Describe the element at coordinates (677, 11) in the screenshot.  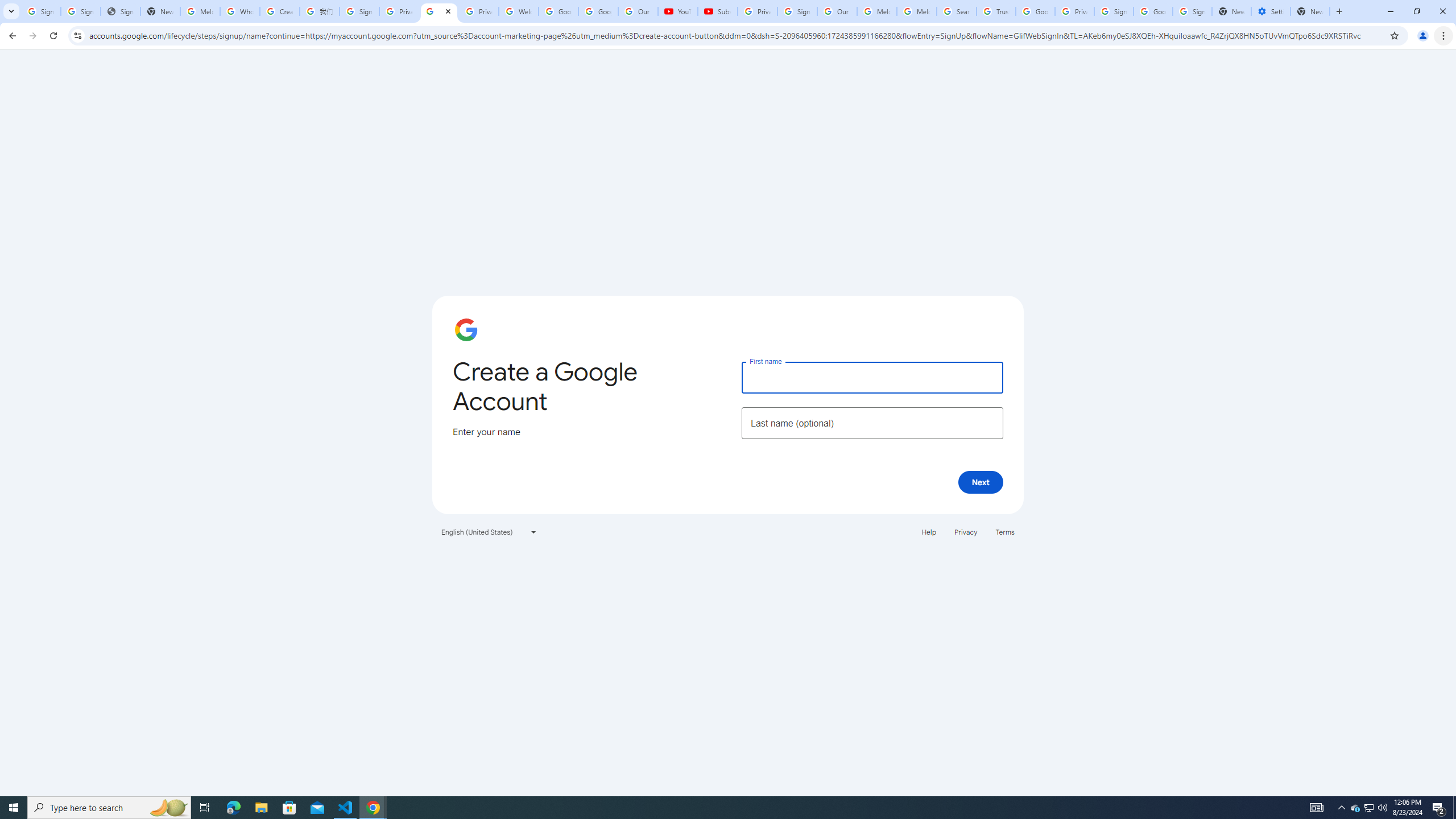
I see `'YouTube'` at that location.